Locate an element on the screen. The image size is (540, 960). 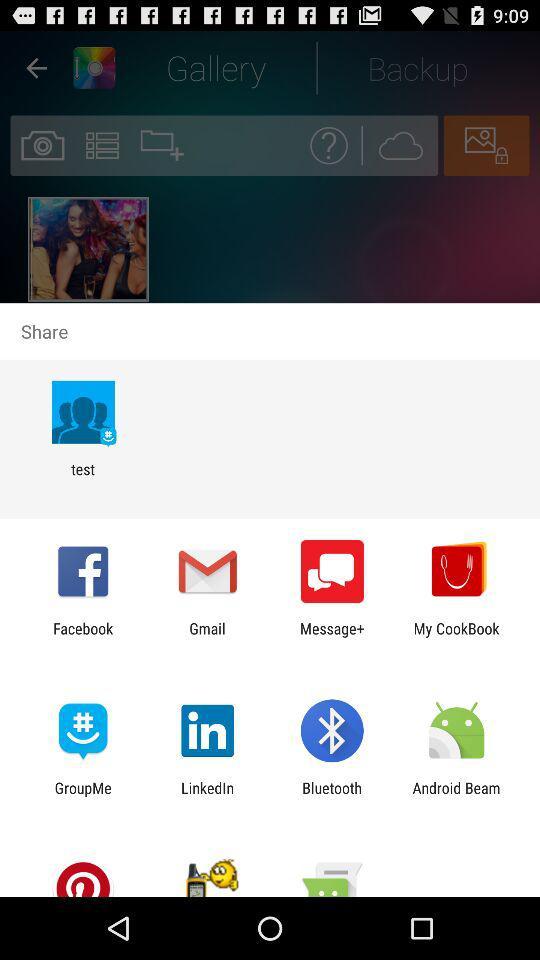
item to the left of my cookbook icon is located at coordinates (332, 636).